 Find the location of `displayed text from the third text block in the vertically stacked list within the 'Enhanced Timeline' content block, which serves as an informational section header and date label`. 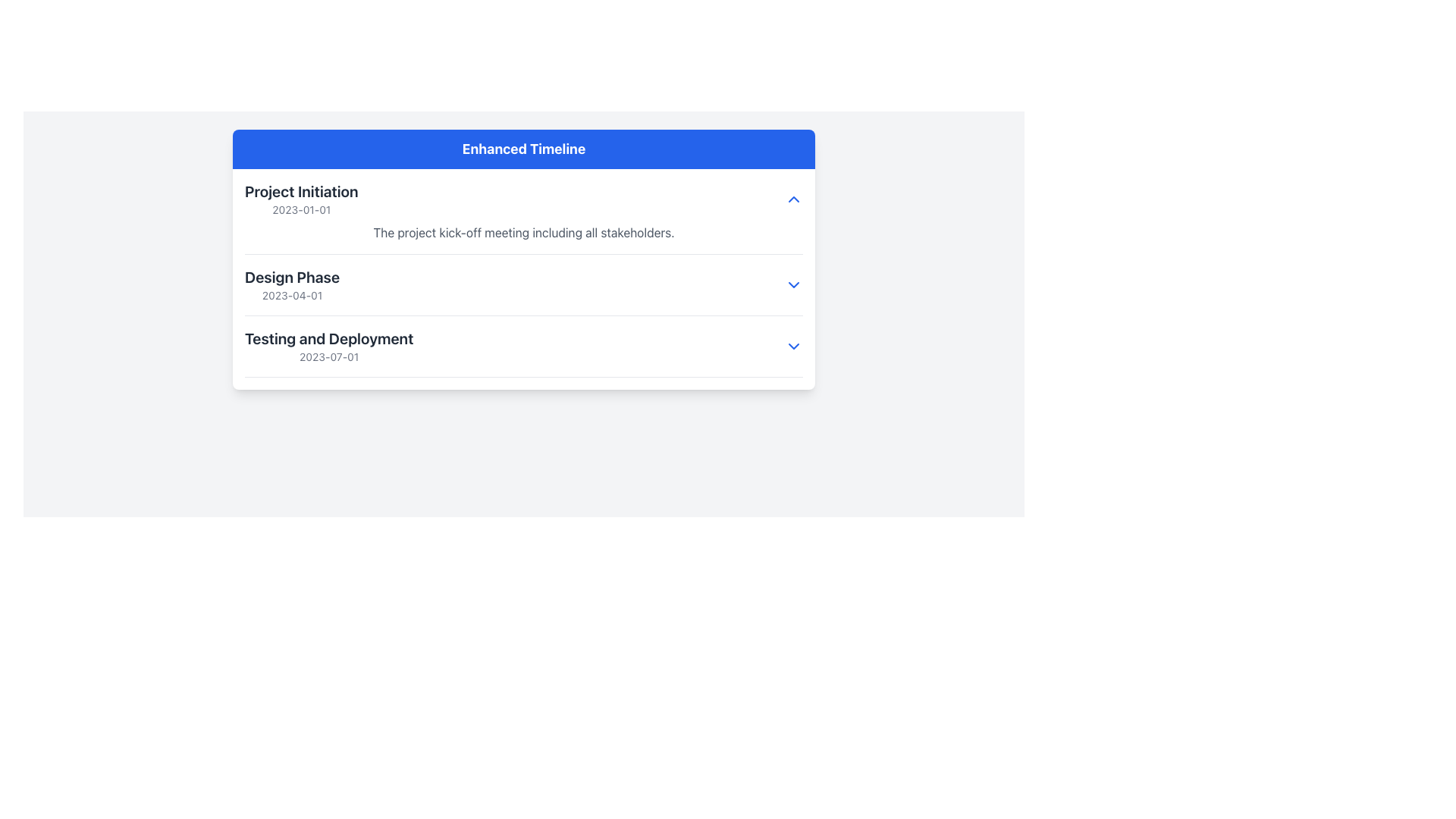

displayed text from the third text block in the vertically stacked list within the 'Enhanced Timeline' content block, which serves as an informational section header and date label is located at coordinates (328, 346).